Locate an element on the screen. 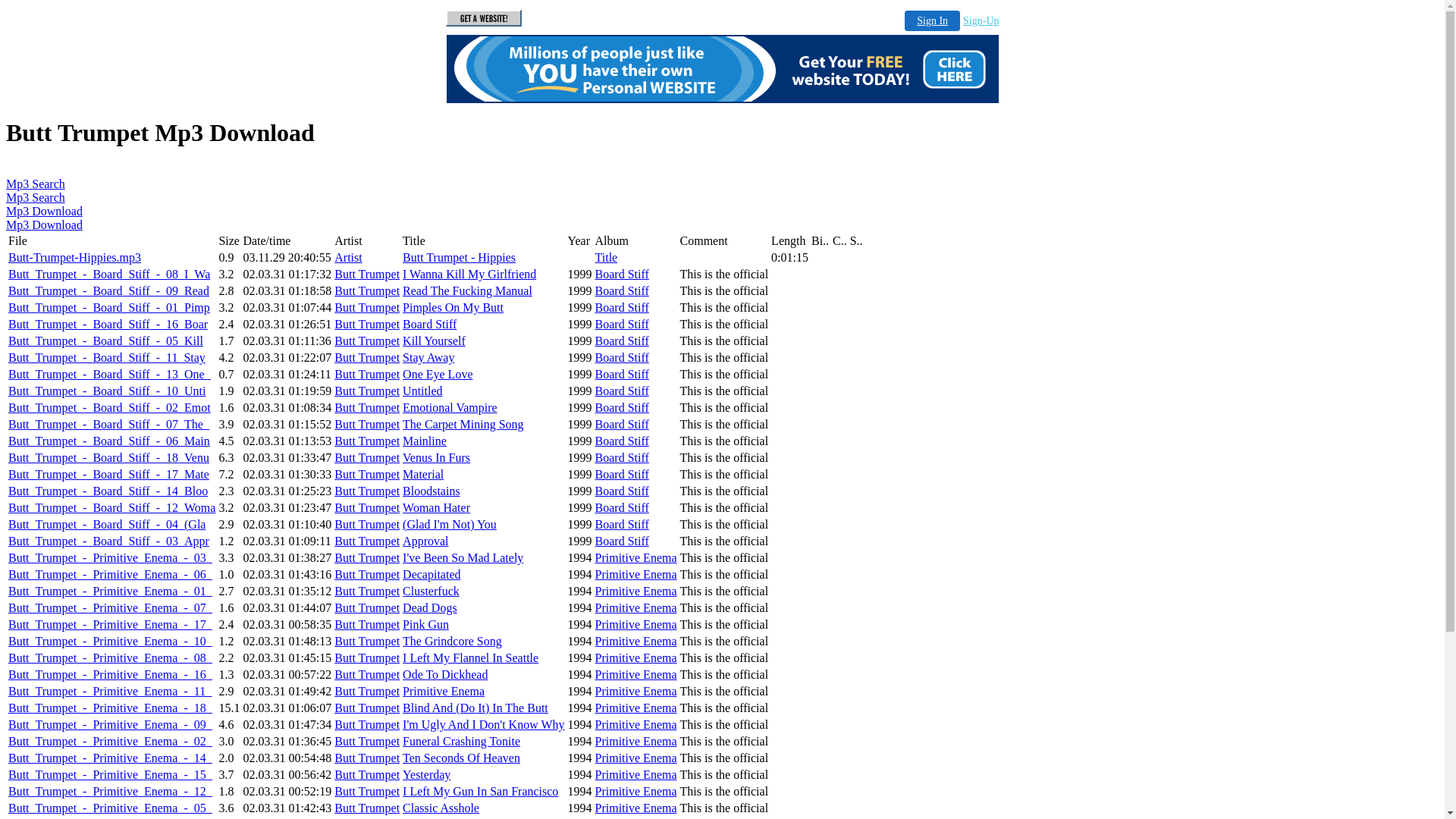 The height and width of the screenshot is (819, 1456). 'Primitive Enema' is located at coordinates (636, 774).